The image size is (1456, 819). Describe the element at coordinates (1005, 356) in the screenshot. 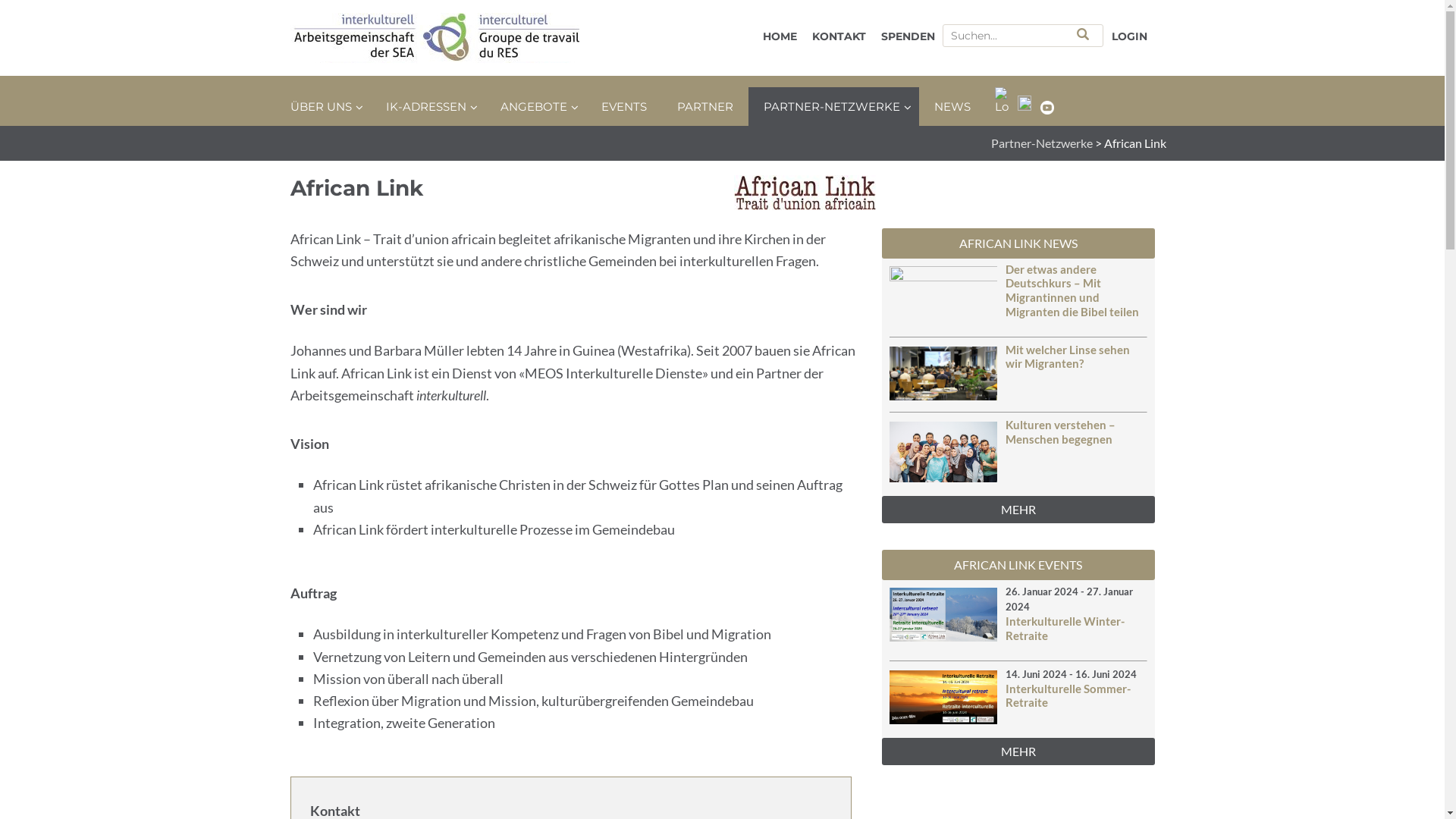

I see `'Mit welcher Linse sehen wir Migranten?'` at that location.